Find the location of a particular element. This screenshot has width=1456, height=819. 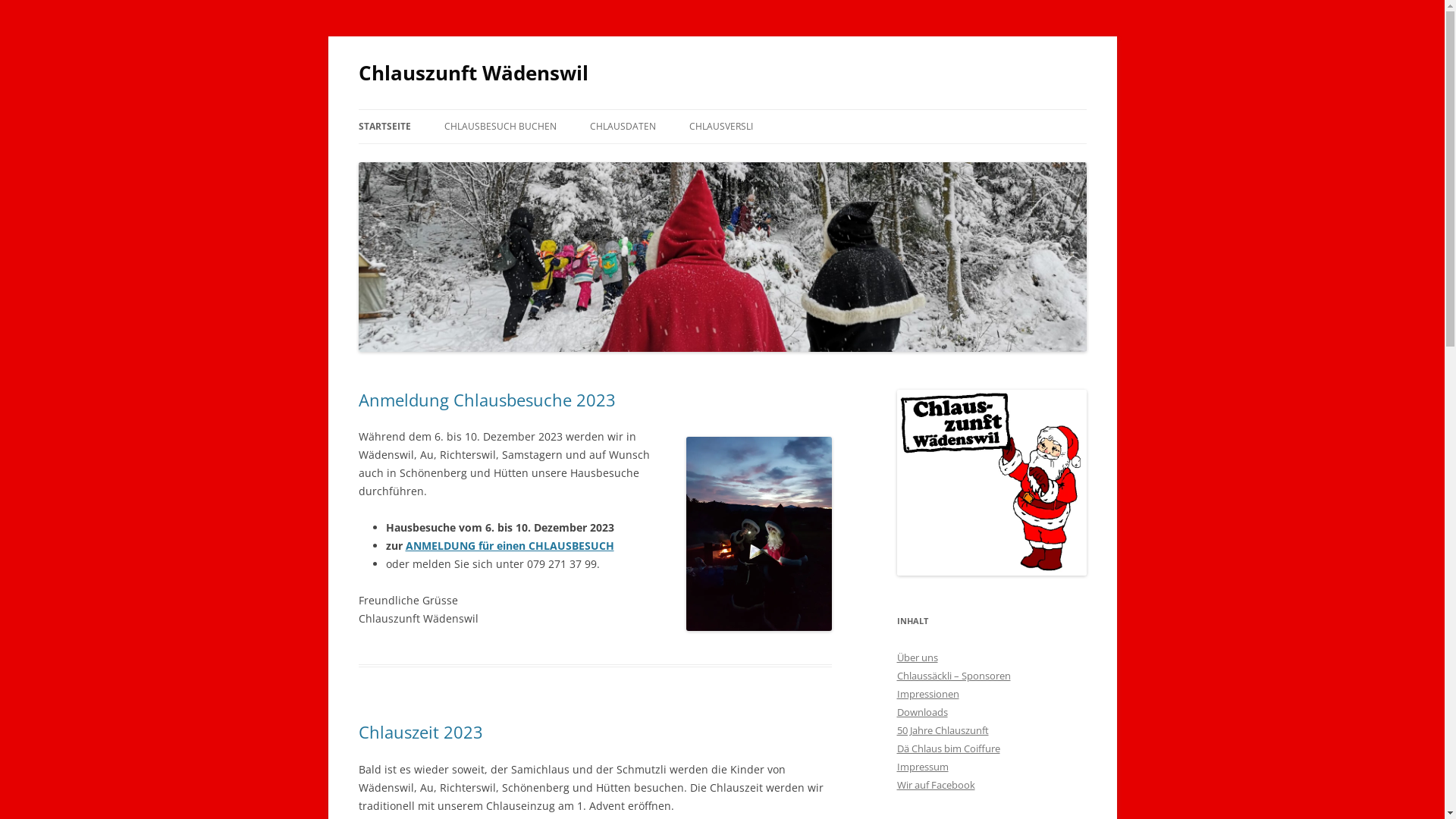

'Downloads' is located at coordinates (921, 711).